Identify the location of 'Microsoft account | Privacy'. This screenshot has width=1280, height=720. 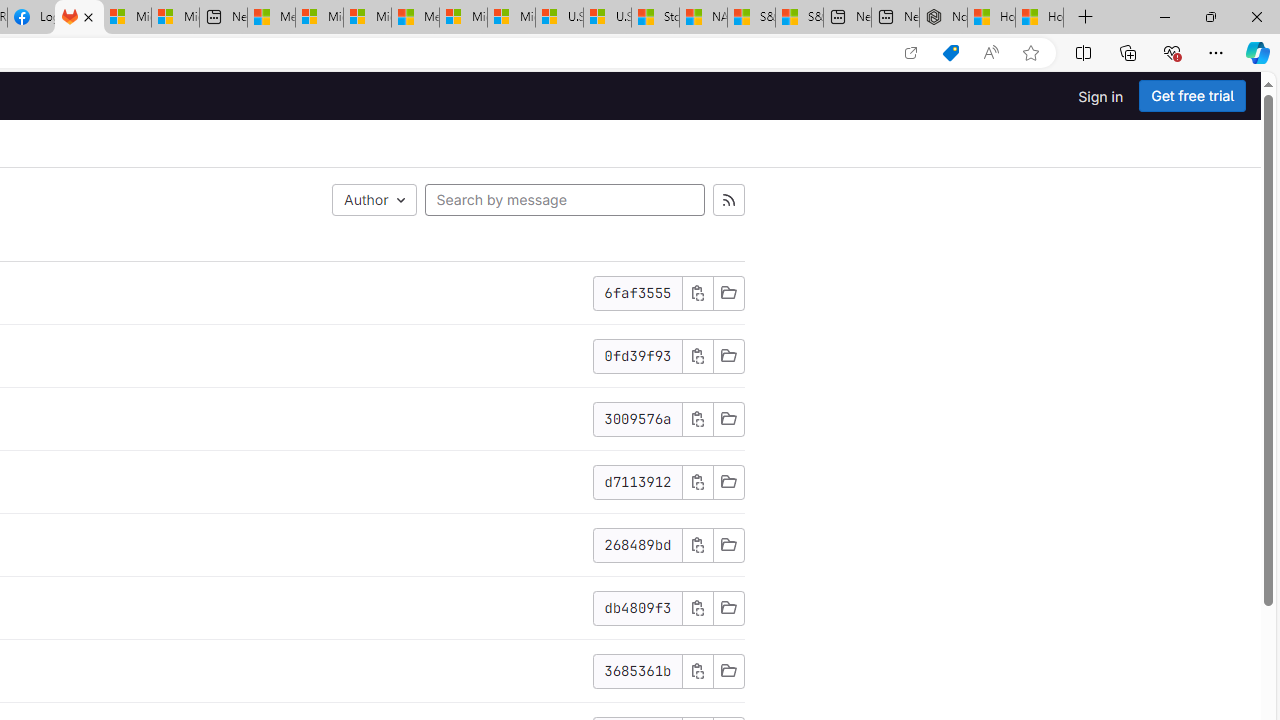
(318, 17).